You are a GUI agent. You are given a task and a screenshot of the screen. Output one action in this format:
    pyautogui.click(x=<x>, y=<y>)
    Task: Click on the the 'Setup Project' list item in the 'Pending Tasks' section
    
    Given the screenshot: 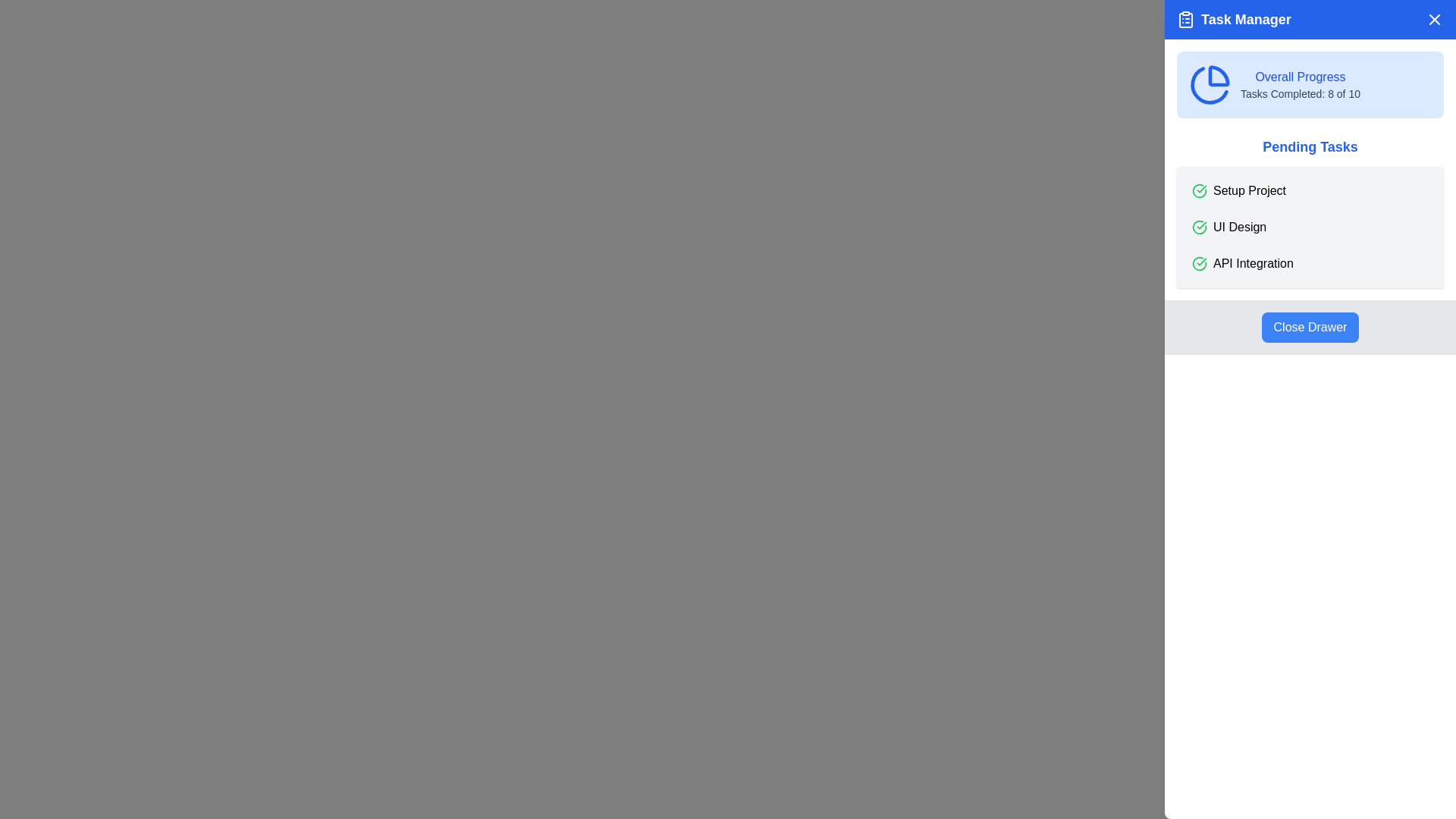 What is the action you would take?
    pyautogui.click(x=1310, y=190)
    